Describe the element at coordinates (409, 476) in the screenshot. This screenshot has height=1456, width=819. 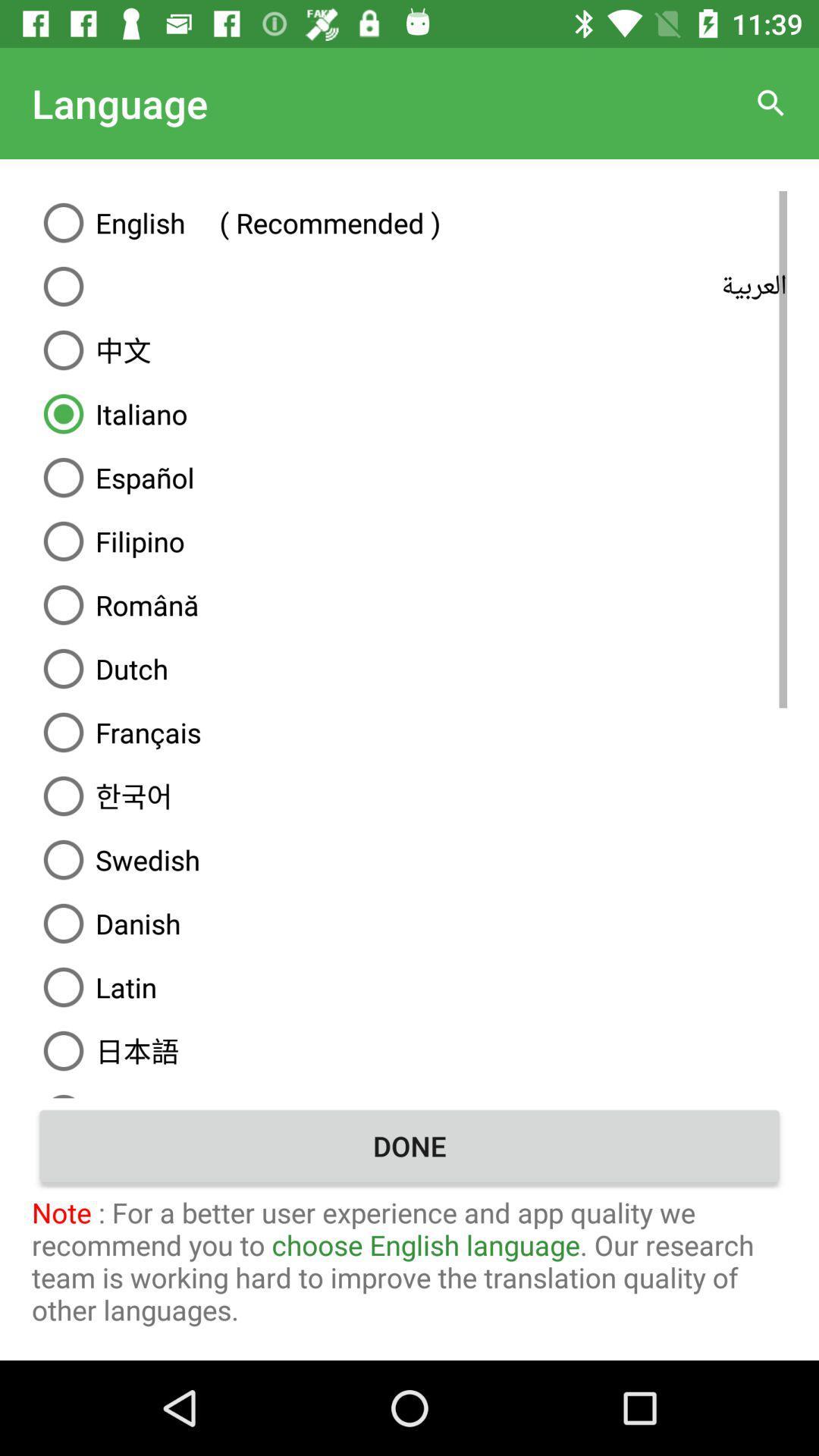
I see `the icon below italiano` at that location.